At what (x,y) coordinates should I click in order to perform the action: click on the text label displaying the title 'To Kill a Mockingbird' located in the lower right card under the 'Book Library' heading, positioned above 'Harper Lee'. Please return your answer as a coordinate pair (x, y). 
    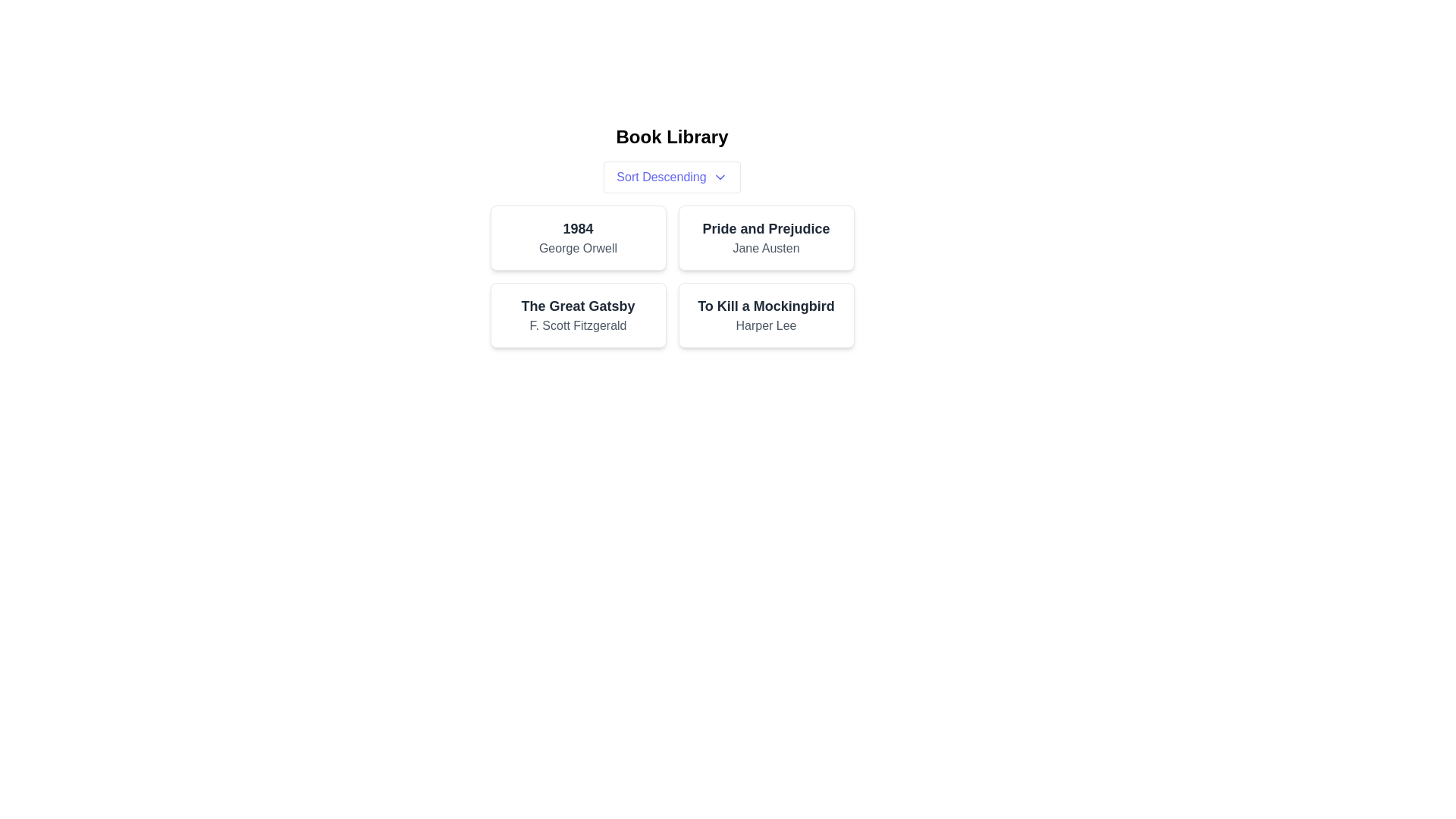
    Looking at the image, I should click on (766, 306).